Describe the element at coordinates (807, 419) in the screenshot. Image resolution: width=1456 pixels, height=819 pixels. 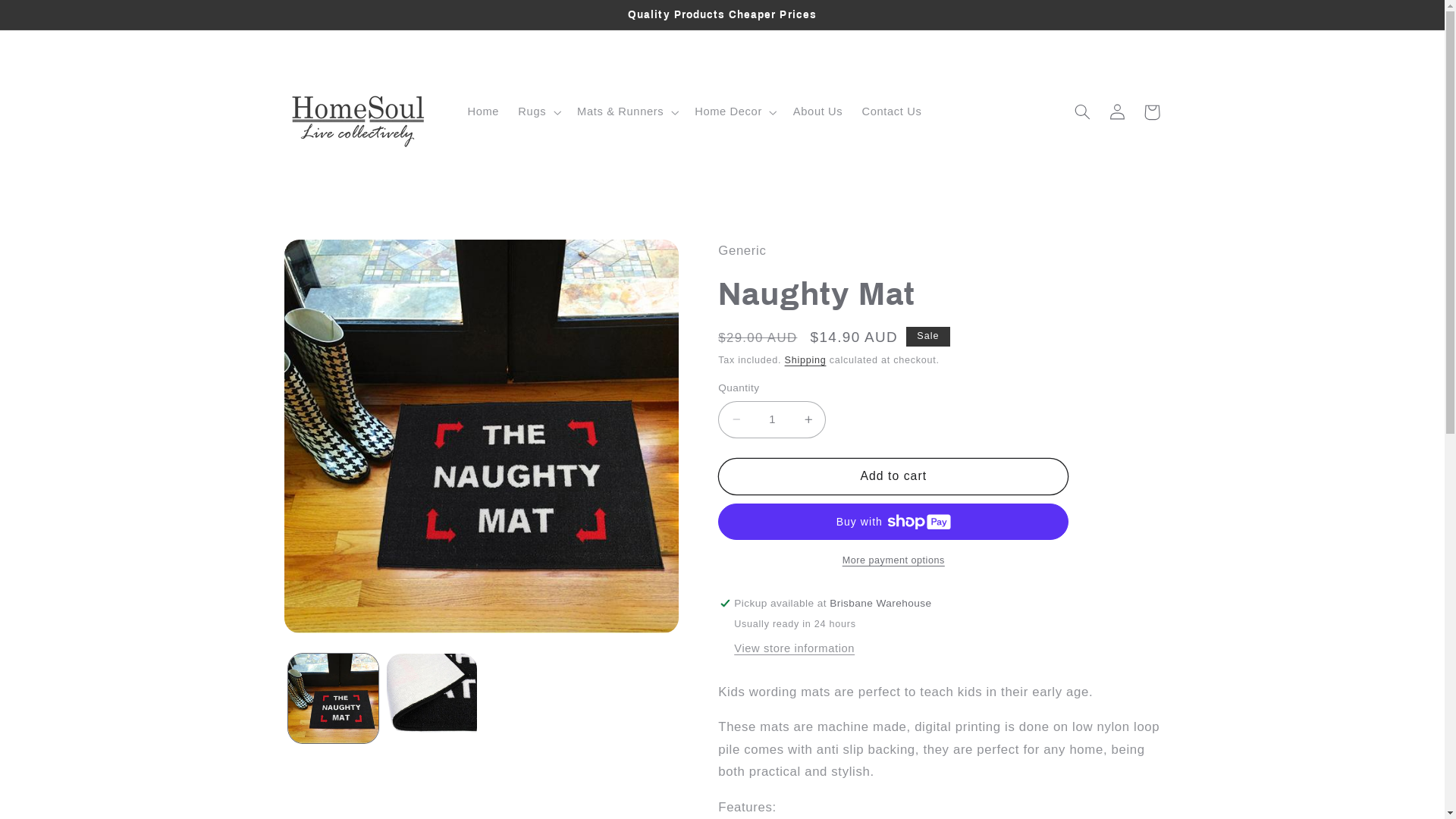
I see `'Increase quantity for Naughty Mat'` at that location.